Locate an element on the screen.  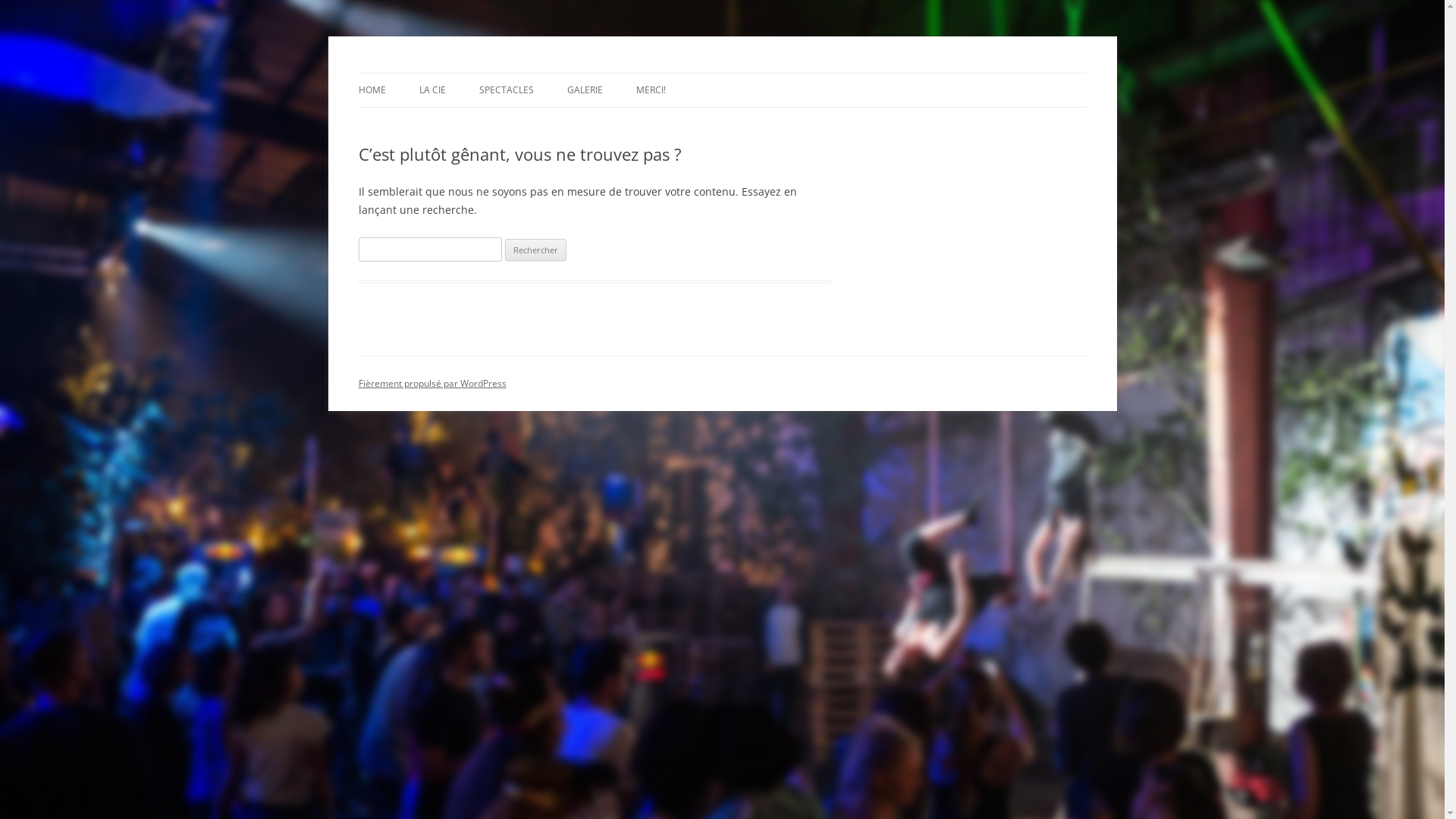
'SPECTACLES' is located at coordinates (506, 90).